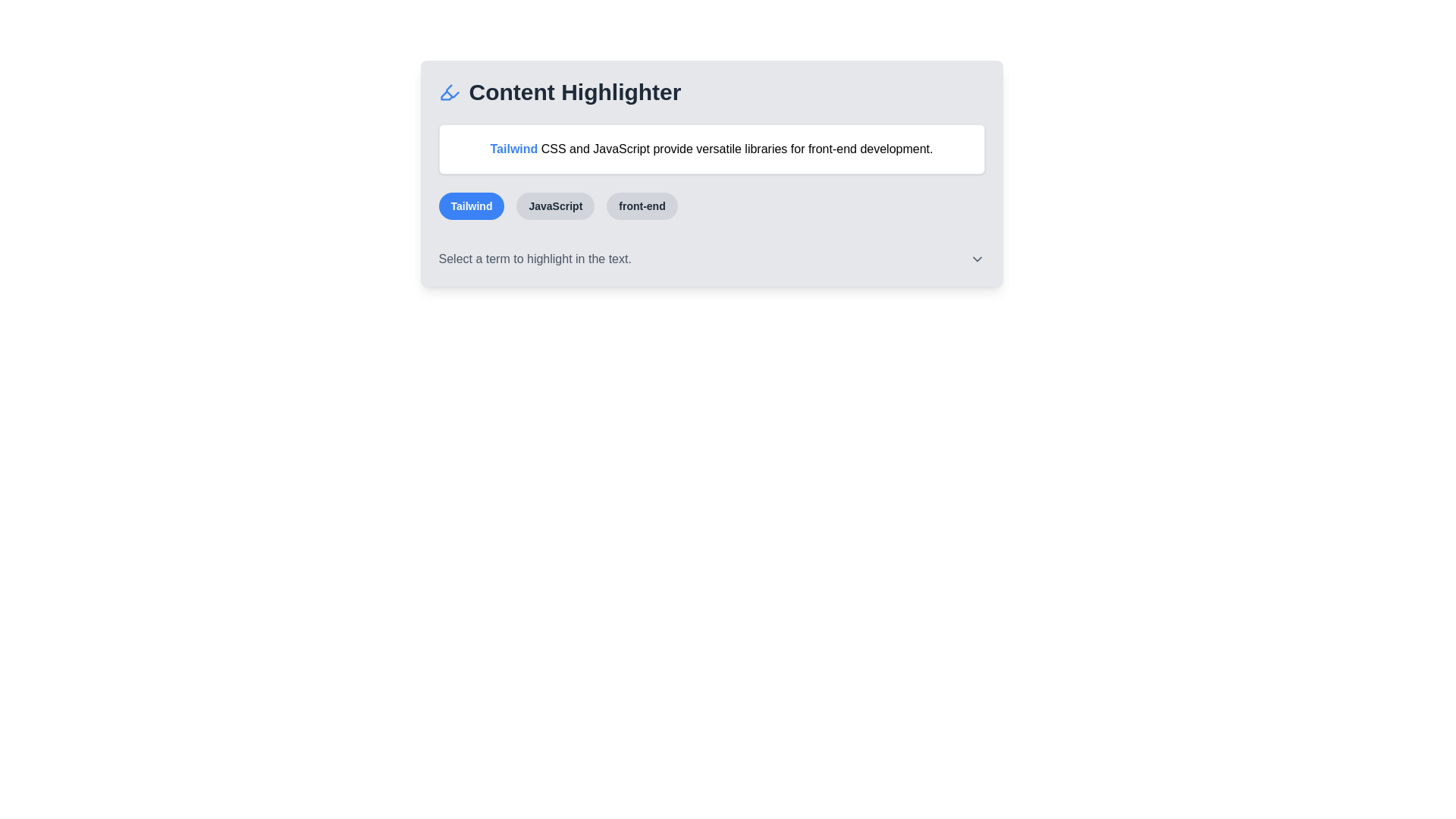 The height and width of the screenshot is (819, 1456). What do you see at coordinates (448, 93) in the screenshot?
I see `the blue highlighter icon located on the left side of the 'Content Highlighter' header` at bounding box center [448, 93].